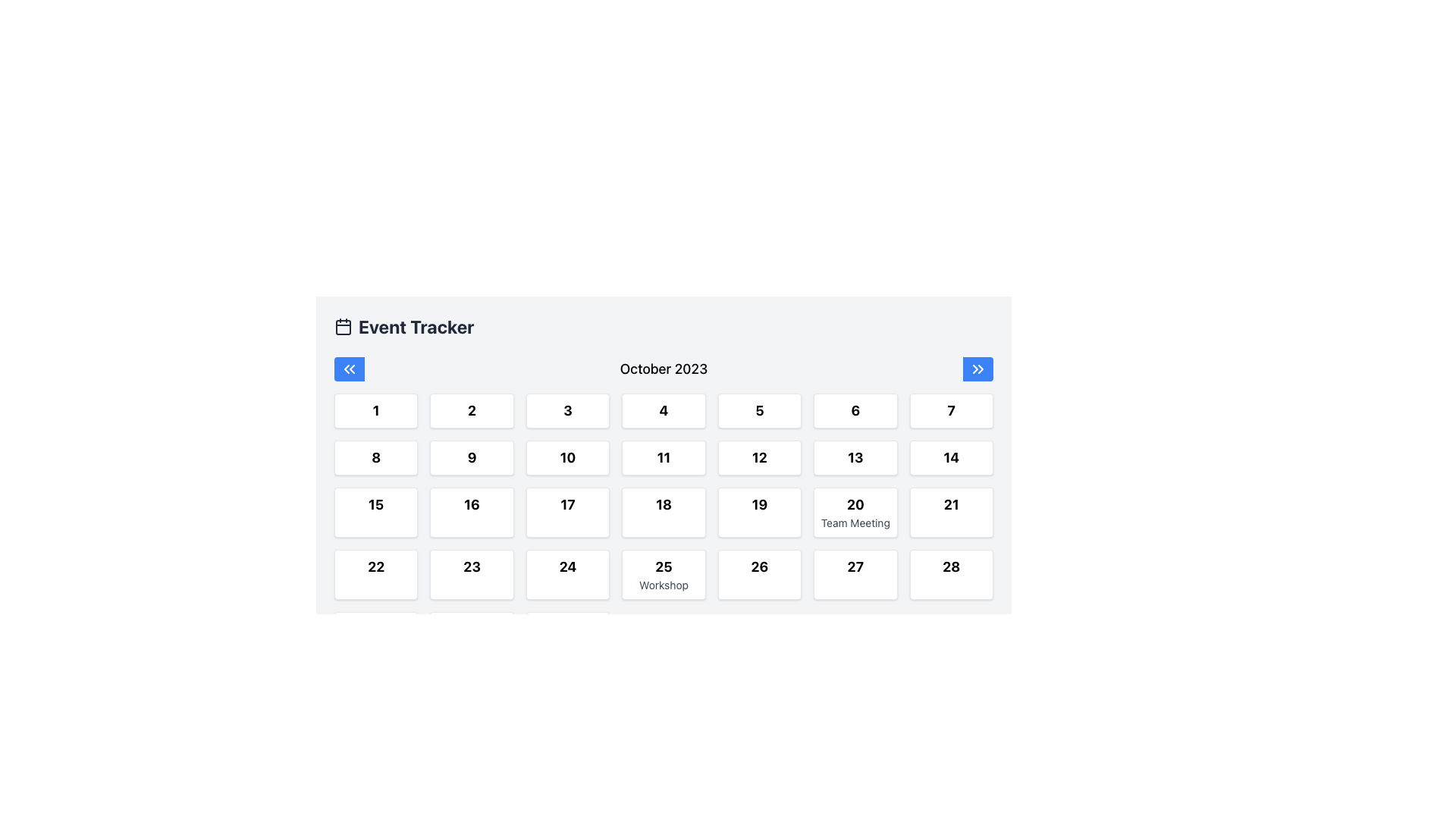 The width and height of the screenshot is (1456, 819). I want to click on the Date cell representing the 27th in the calendar view, located in the sixth cell of the bottom row of a 7x5 grid layout, so click(855, 575).